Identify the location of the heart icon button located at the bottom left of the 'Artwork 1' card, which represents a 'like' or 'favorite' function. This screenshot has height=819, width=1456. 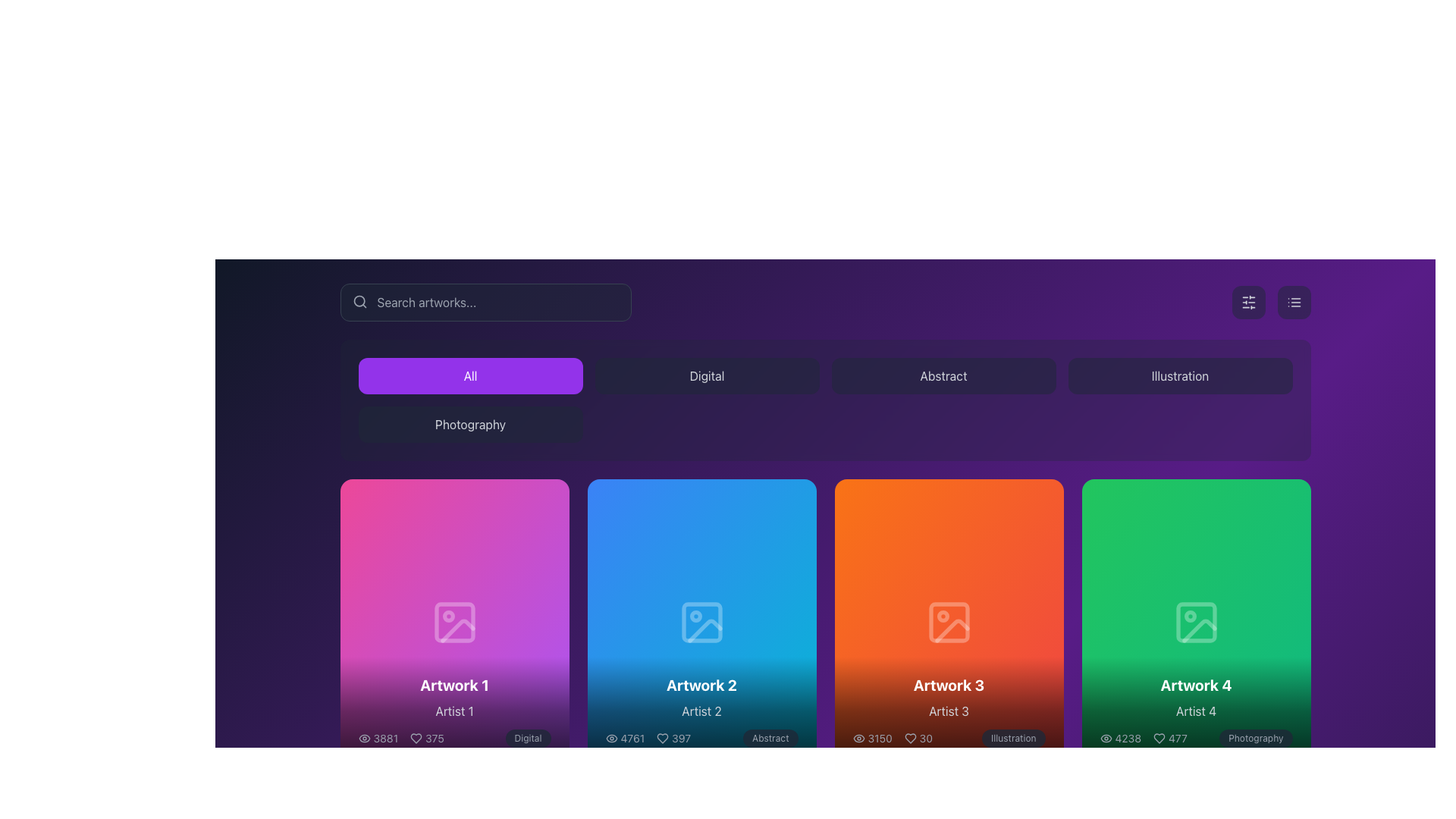
(416, 737).